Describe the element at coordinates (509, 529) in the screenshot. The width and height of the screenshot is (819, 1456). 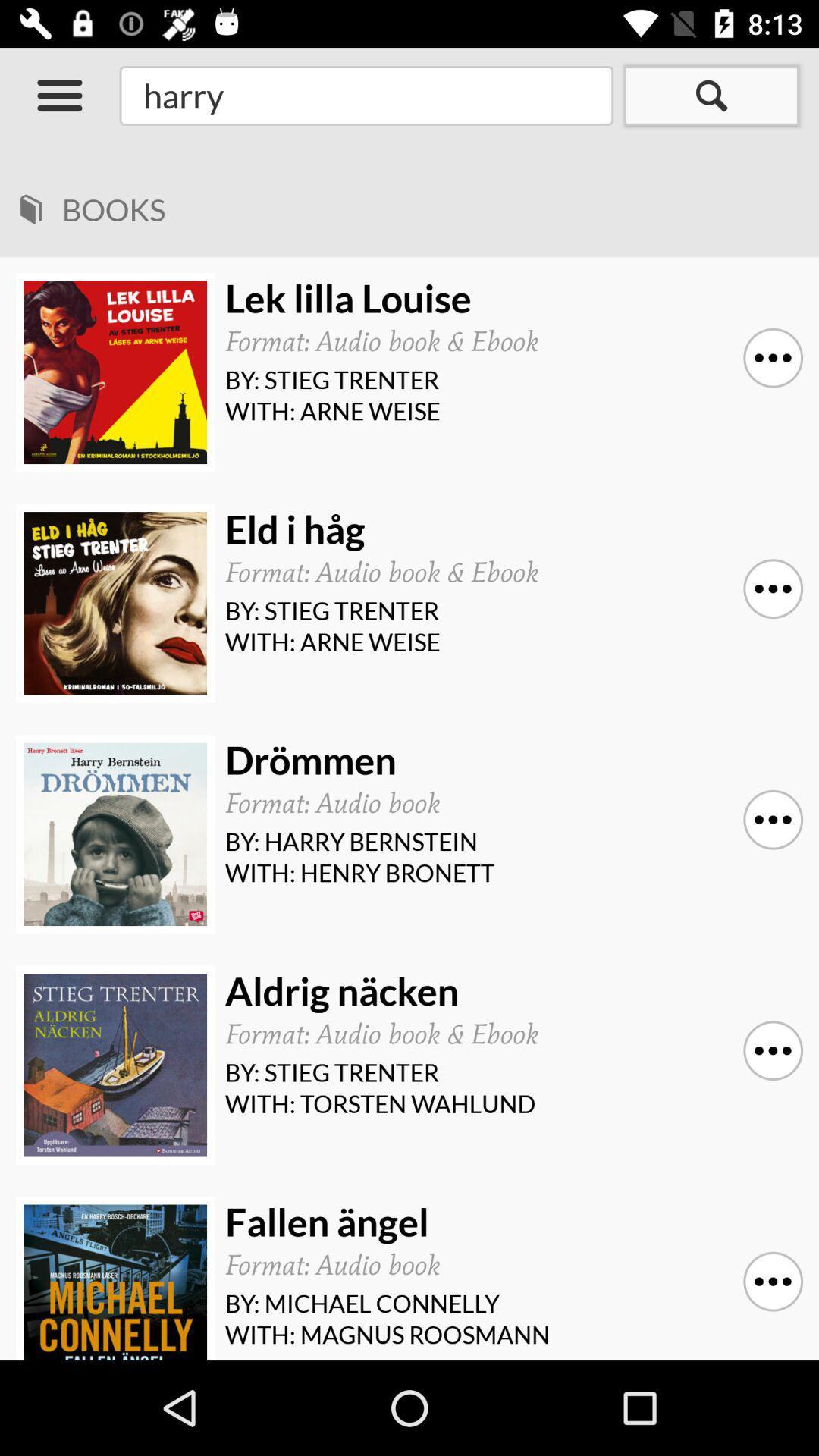
I see `the item above format audio book item` at that location.